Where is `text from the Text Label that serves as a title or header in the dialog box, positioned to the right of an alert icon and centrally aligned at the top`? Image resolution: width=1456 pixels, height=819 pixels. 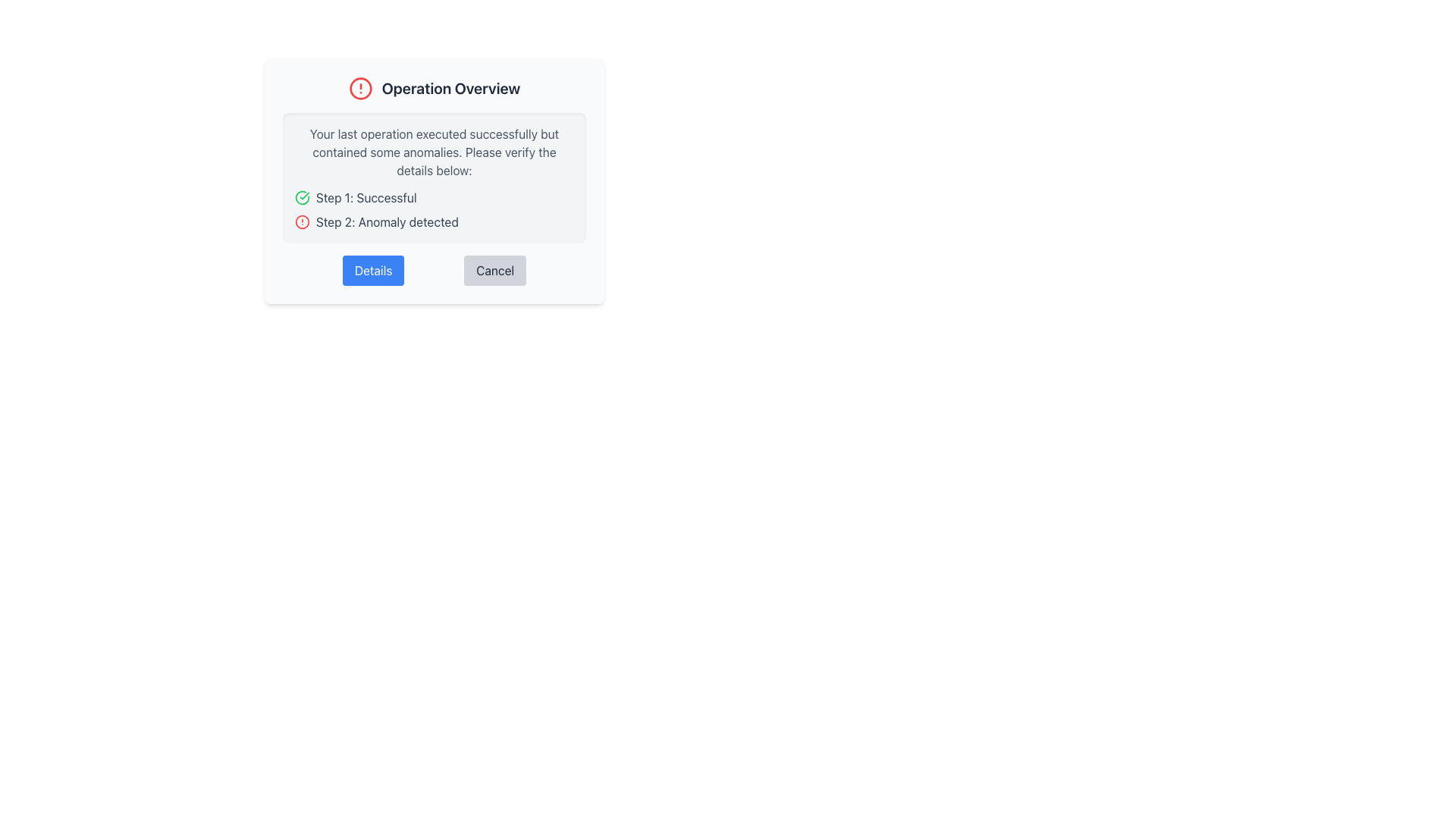
text from the Text Label that serves as a title or header in the dialog box, positioned to the right of an alert icon and centrally aligned at the top is located at coordinates (450, 88).